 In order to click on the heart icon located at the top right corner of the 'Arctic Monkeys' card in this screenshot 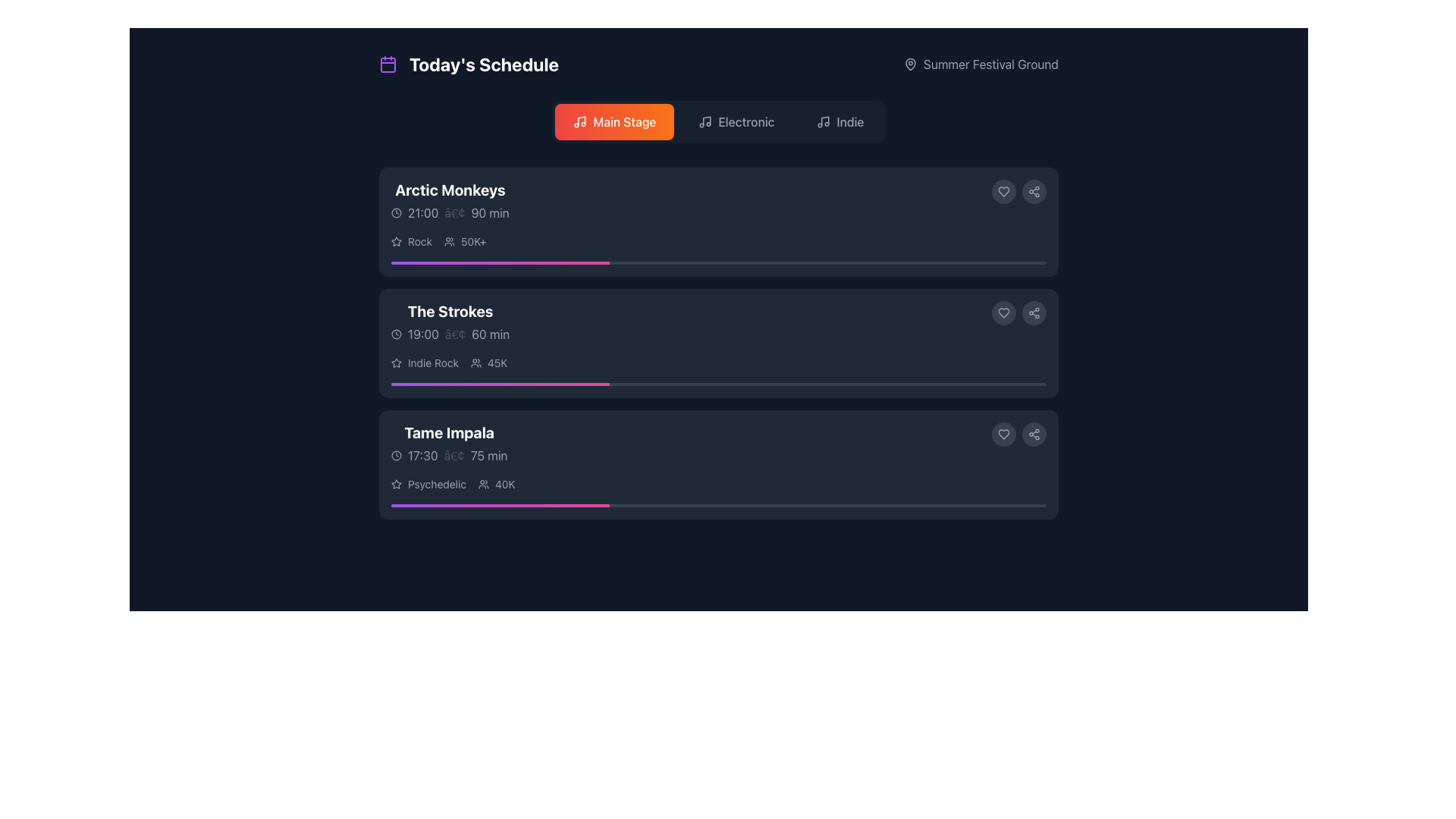, I will do `click(1004, 191)`.